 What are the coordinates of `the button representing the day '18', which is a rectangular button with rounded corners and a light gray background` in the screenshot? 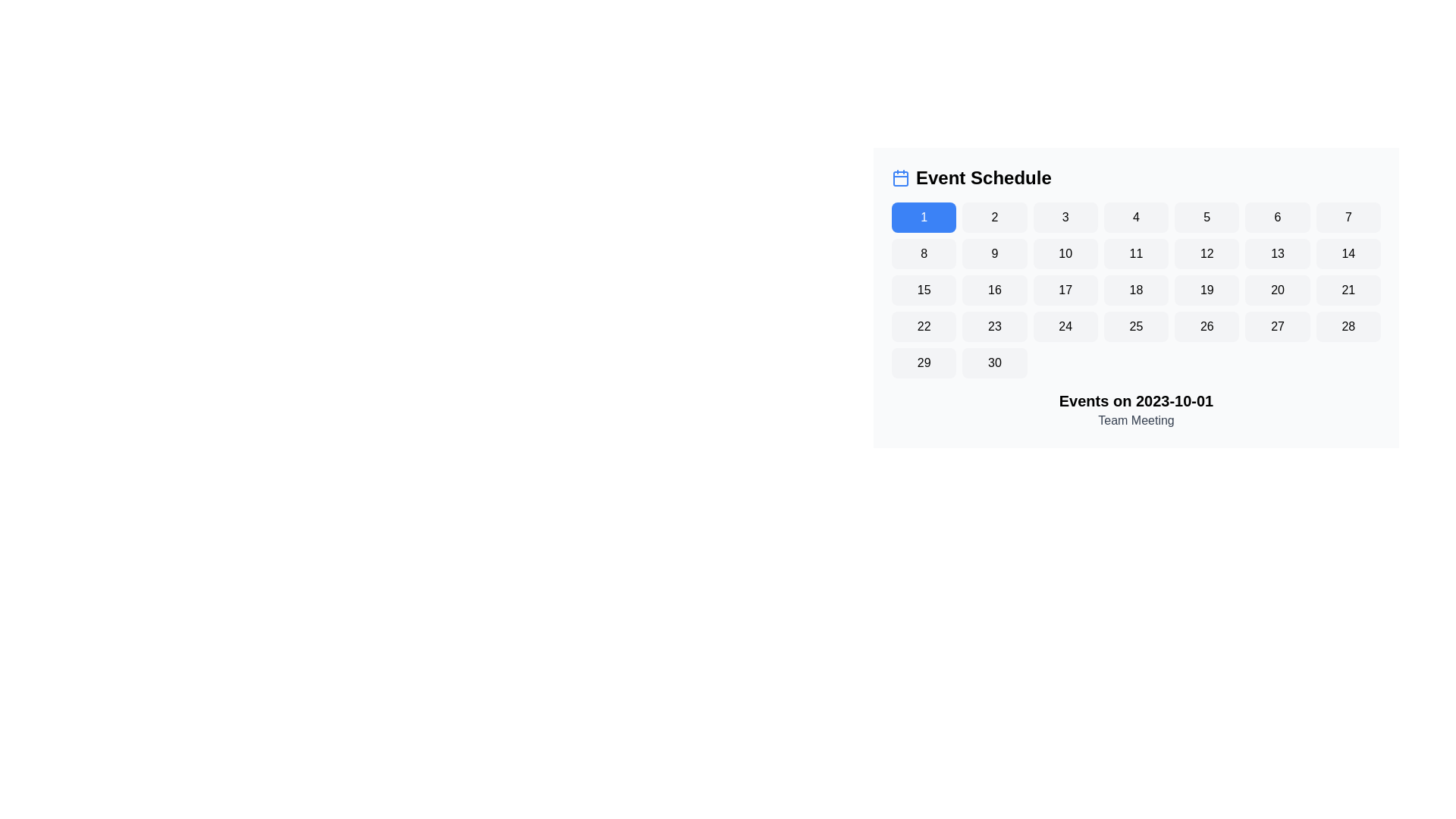 It's located at (1136, 290).